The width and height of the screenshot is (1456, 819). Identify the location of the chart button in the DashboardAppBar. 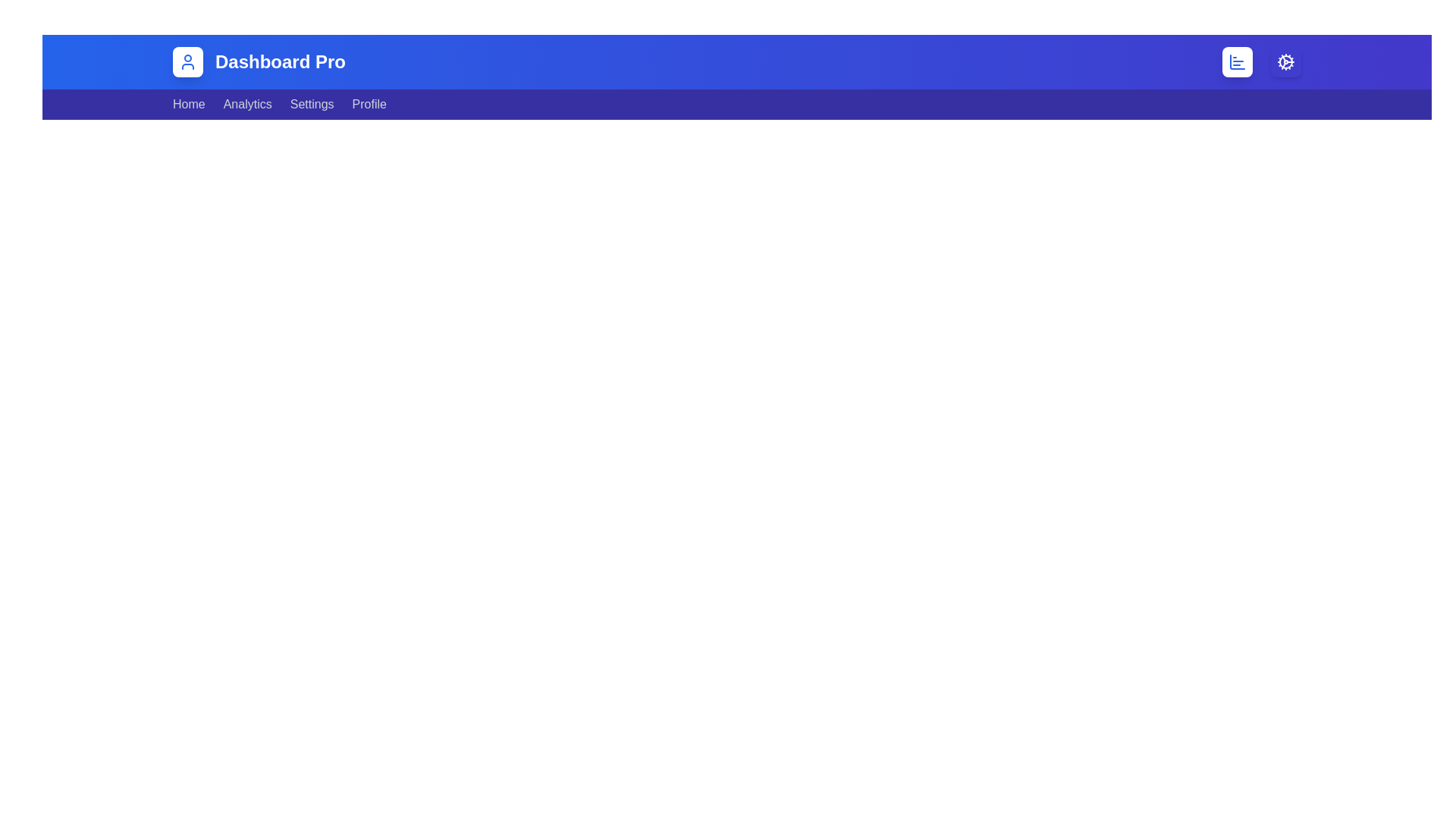
(1238, 61).